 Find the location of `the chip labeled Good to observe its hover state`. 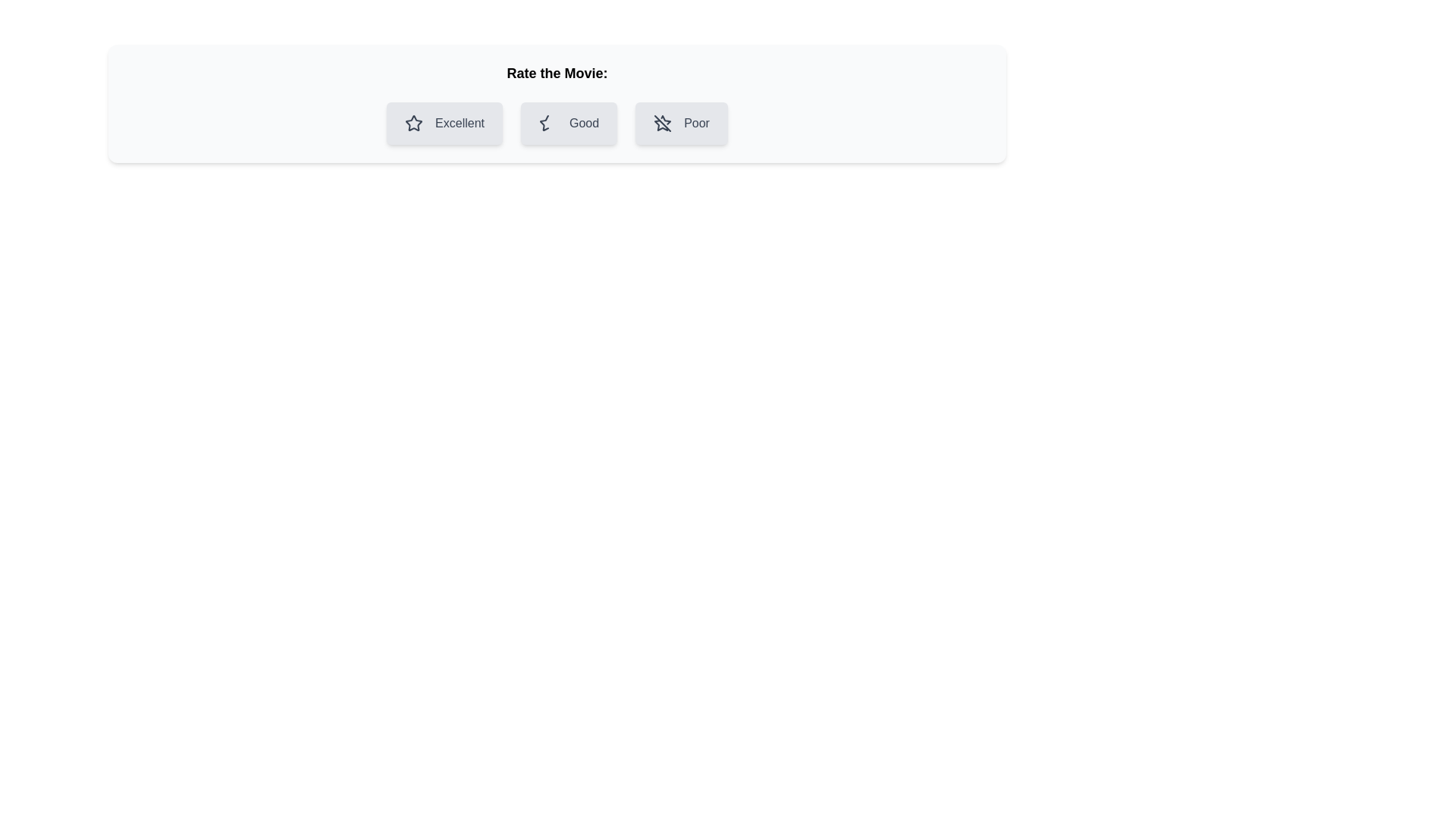

the chip labeled Good to observe its hover state is located at coordinates (567, 122).